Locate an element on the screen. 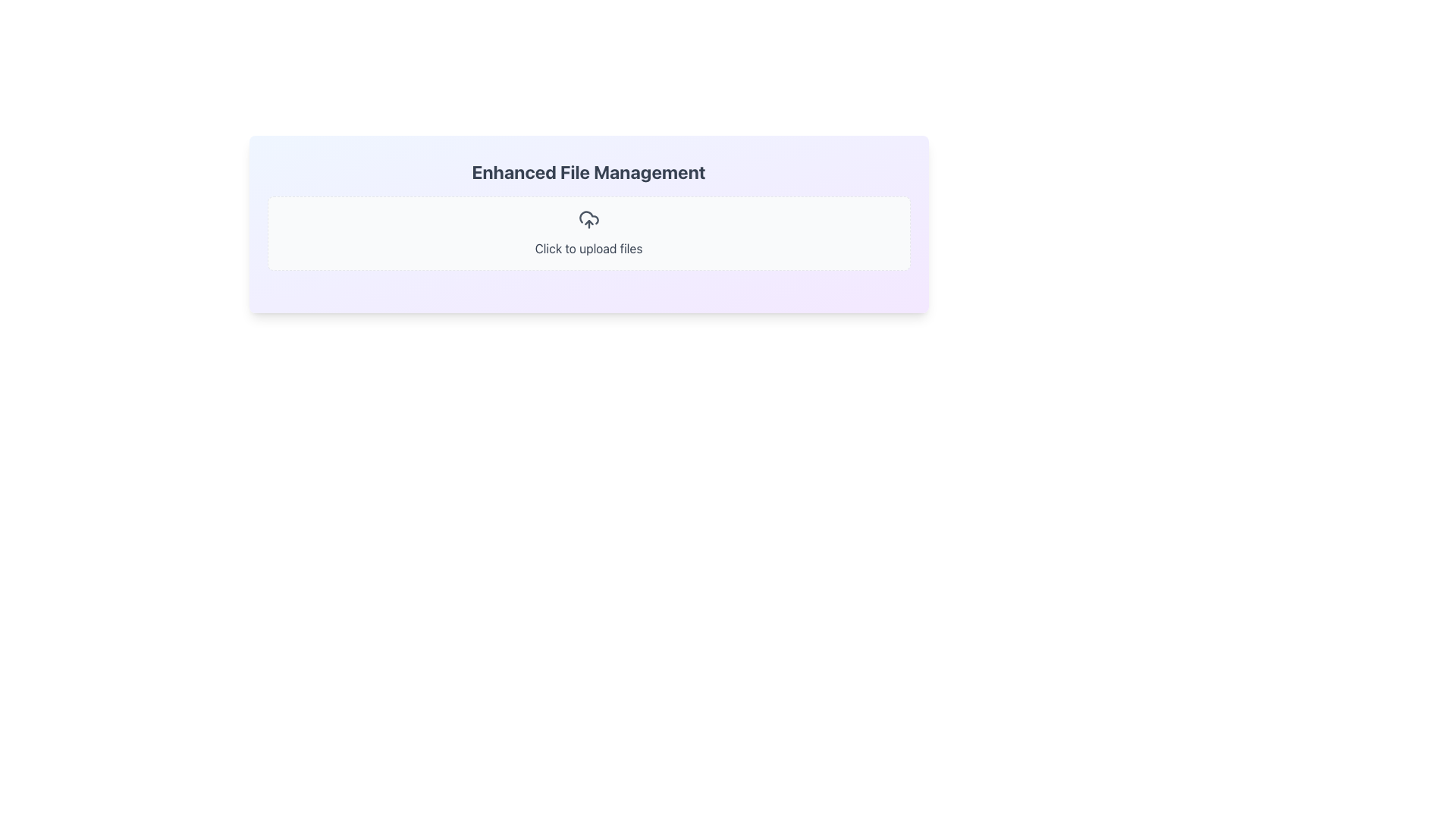  the Upload Area, which has a light gray background, dashed border, and displays an upload cloud icon with the text 'Click to upload files' is located at coordinates (588, 234).